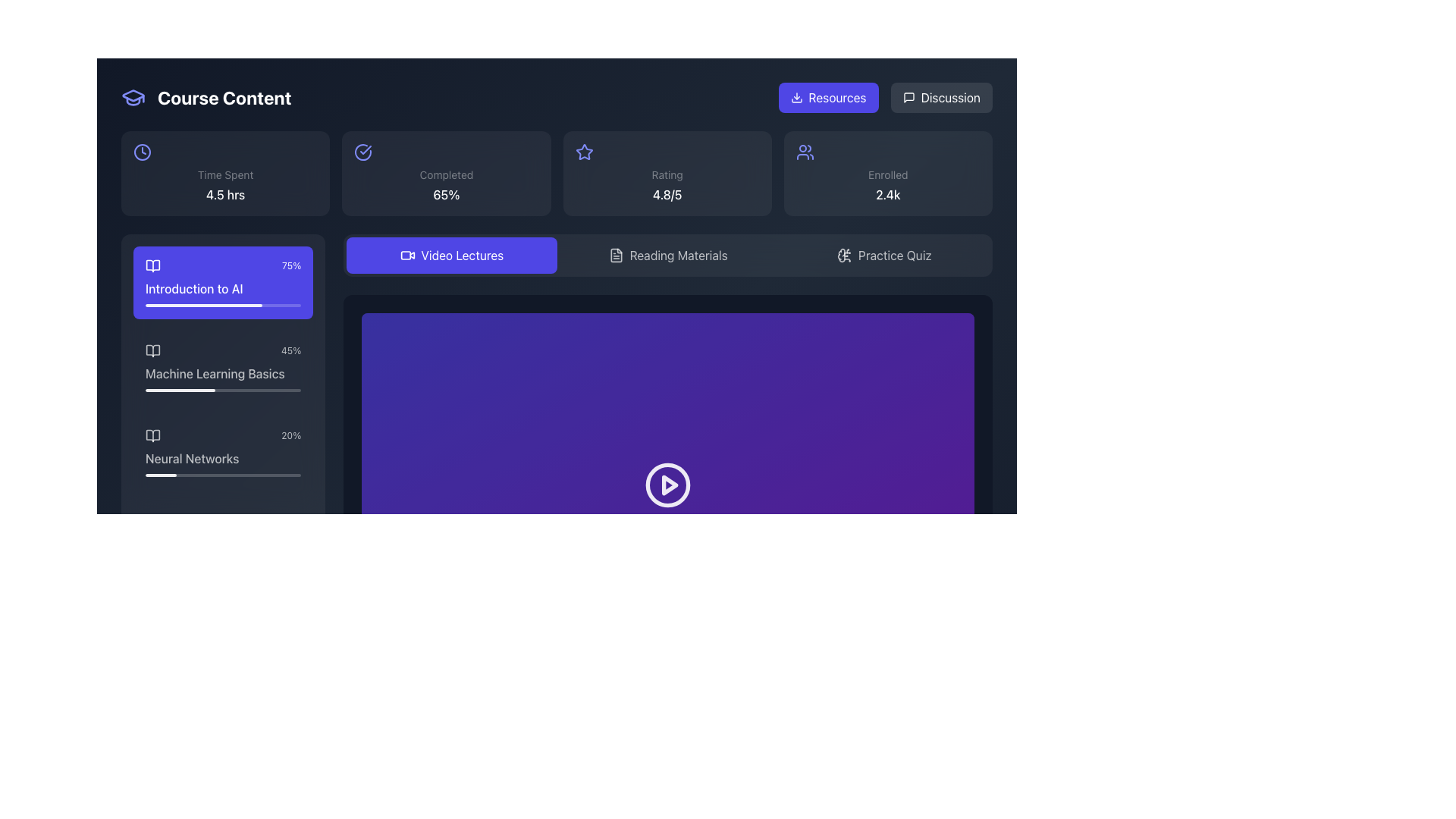 Image resolution: width=1456 pixels, height=819 pixels. What do you see at coordinates (224, 194) in the screenshot?
I see `the static text element that displays the duration of time spent on an activity, located in the 'Time Spent' block, centered below the 'Time Spent' label` at bounding box center [224, 194].